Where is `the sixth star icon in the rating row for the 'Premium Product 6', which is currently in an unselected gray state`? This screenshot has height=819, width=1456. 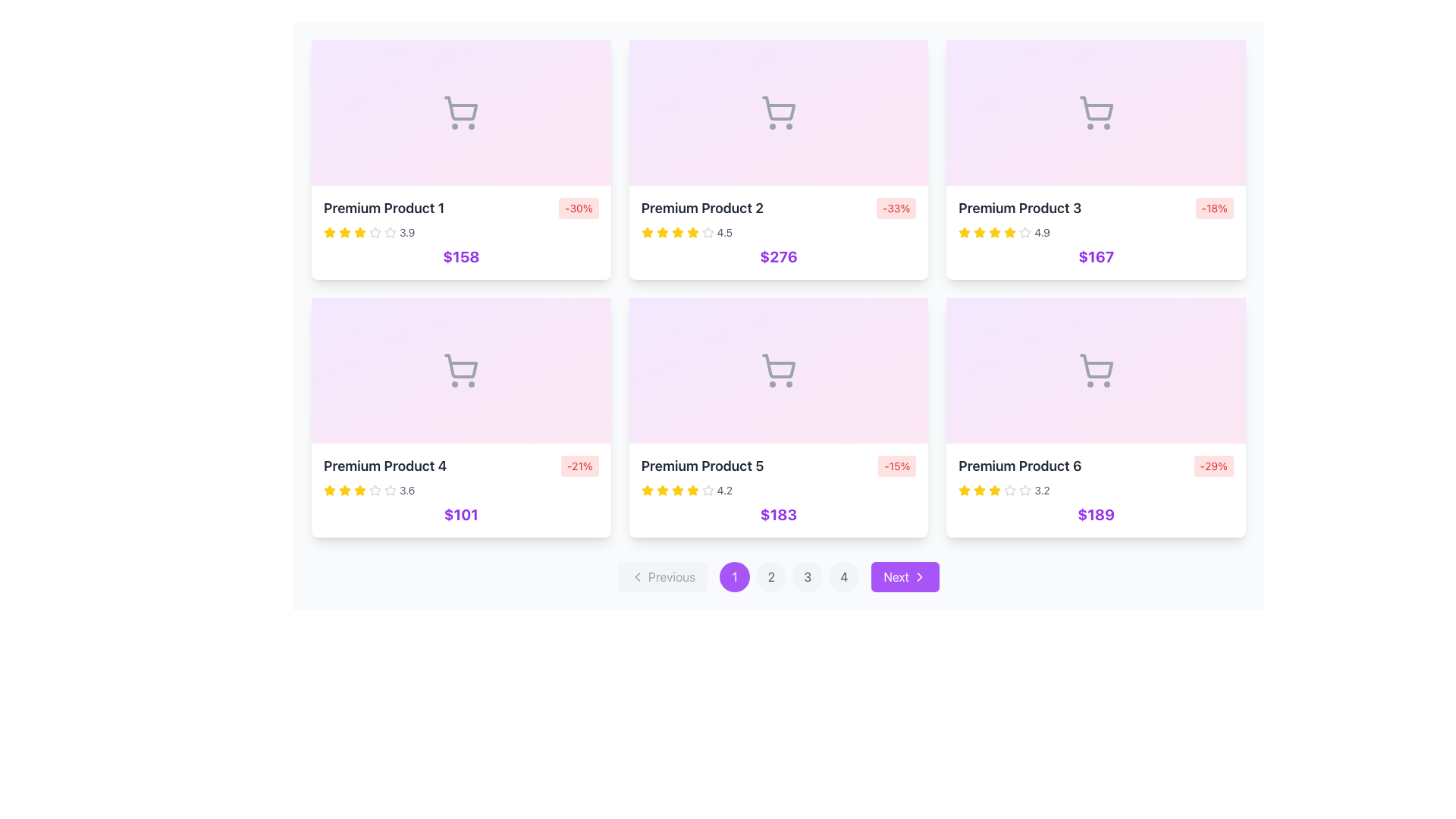
the sixth star icon in the rating row for the 'Premium Product 6', which is currently in an unselected gray state is located at coordinates (1010, 491).